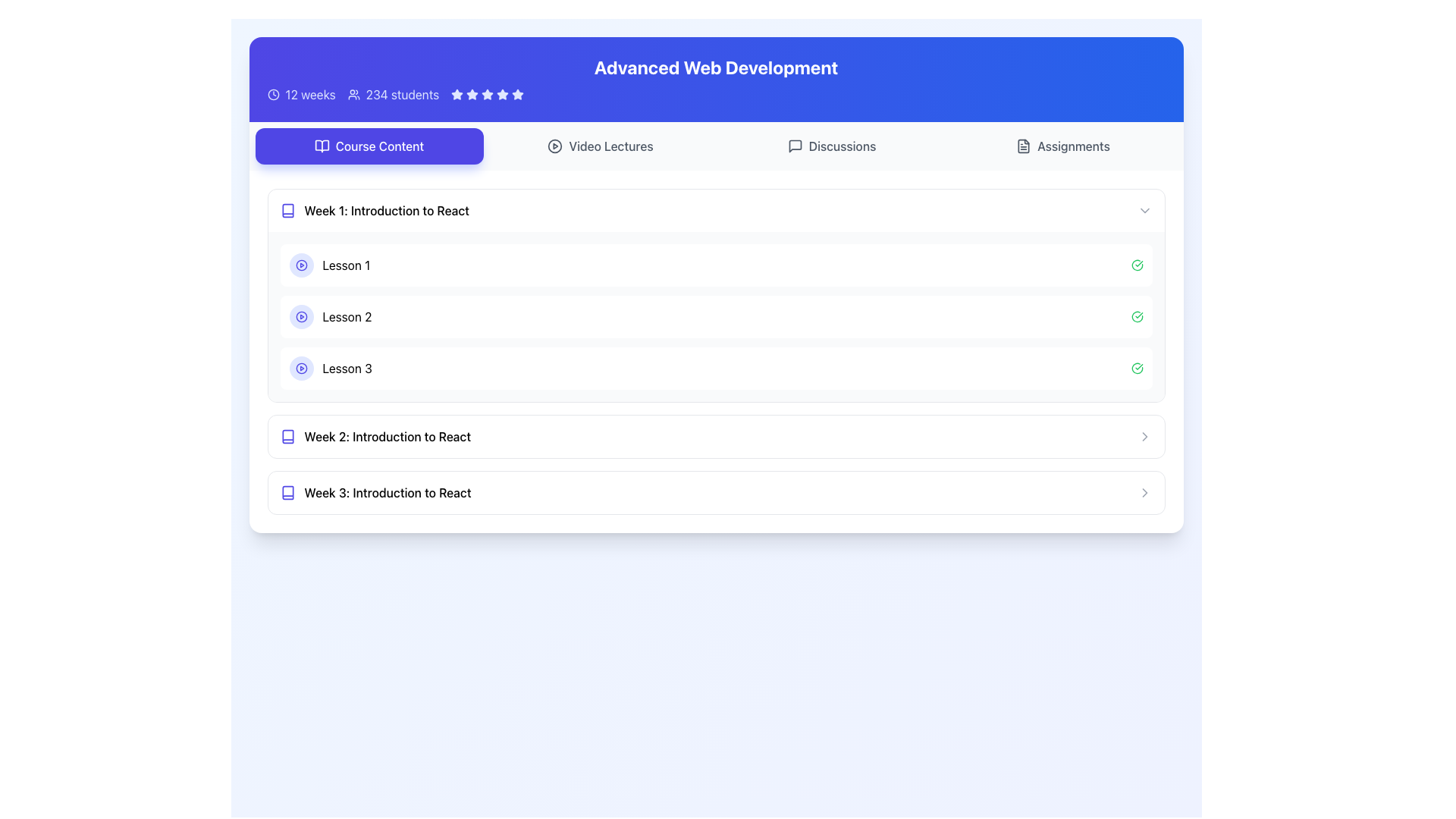  What do you see at coordinates (287, 436) in the screenshot?
I see `the course content icon representing the week's course information in the 'Course Content' section, located in the 'Week 2: Introduction to React' list item` at bounding box center [287, 436].